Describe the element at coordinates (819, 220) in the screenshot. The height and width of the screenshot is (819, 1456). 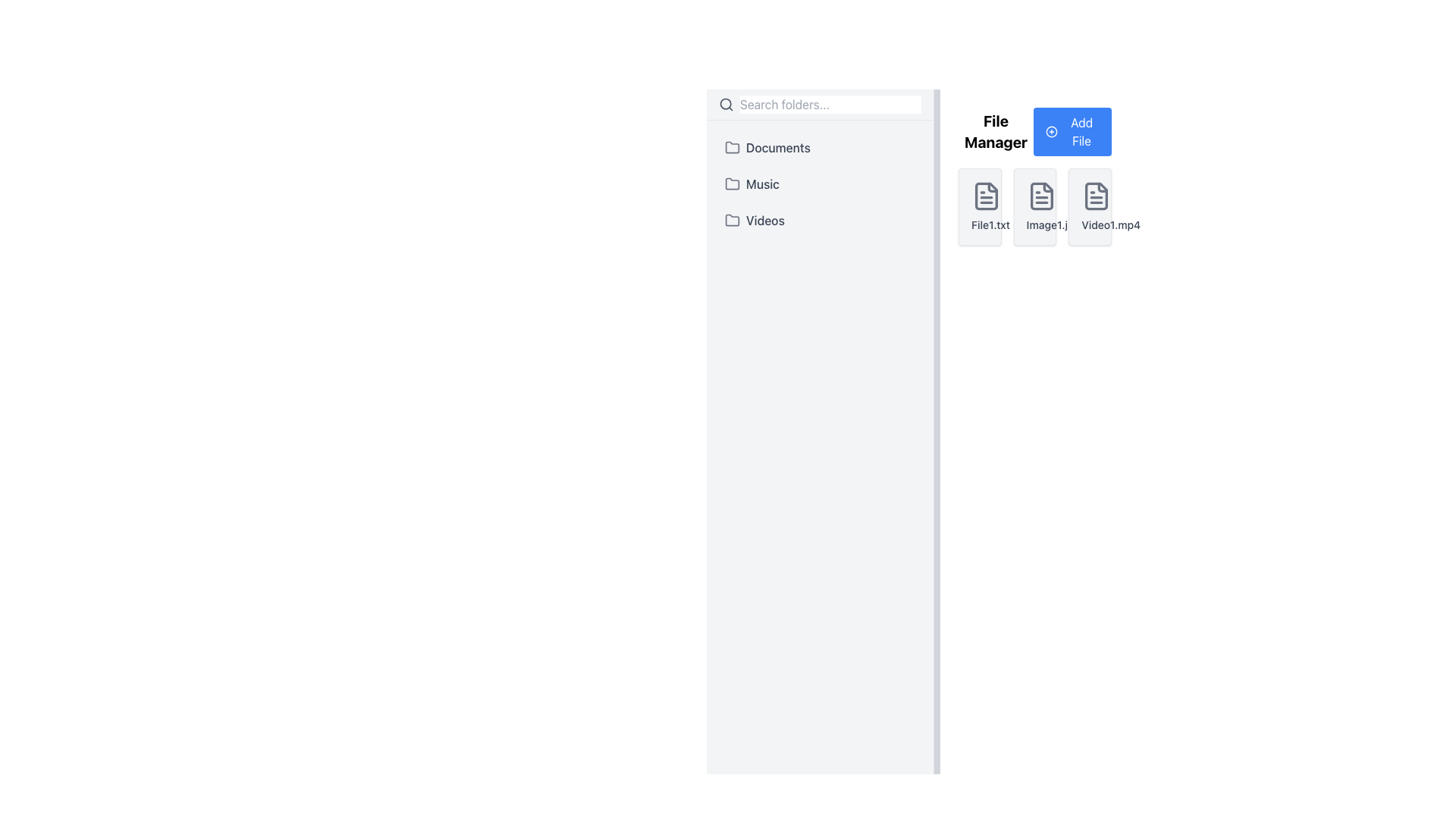
I see `the 'Videos' navigation item in the left-hand sidebar` at that location.